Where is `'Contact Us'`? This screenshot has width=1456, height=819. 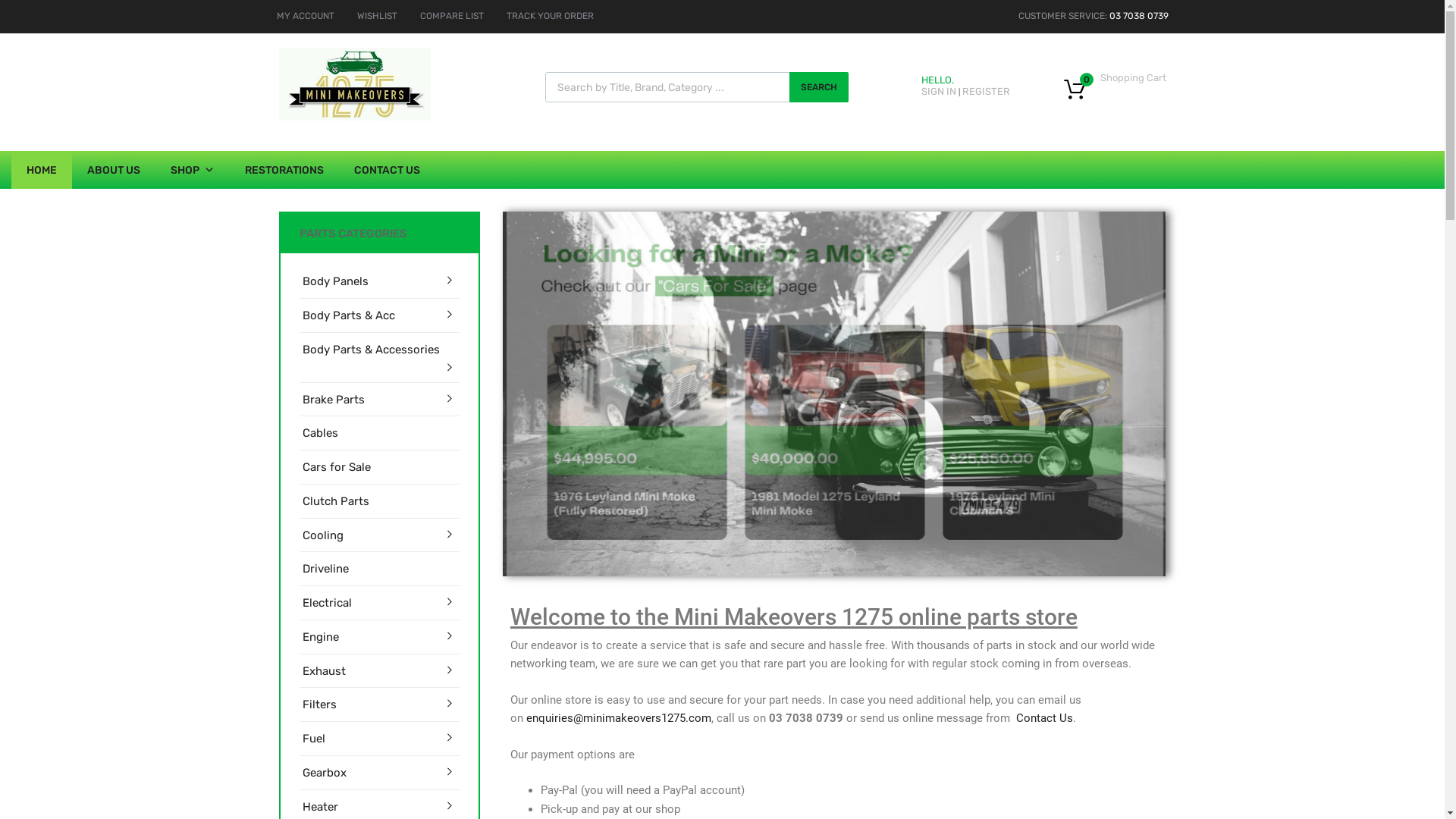
'Contact Us' is located at coordinates (1043, 717).